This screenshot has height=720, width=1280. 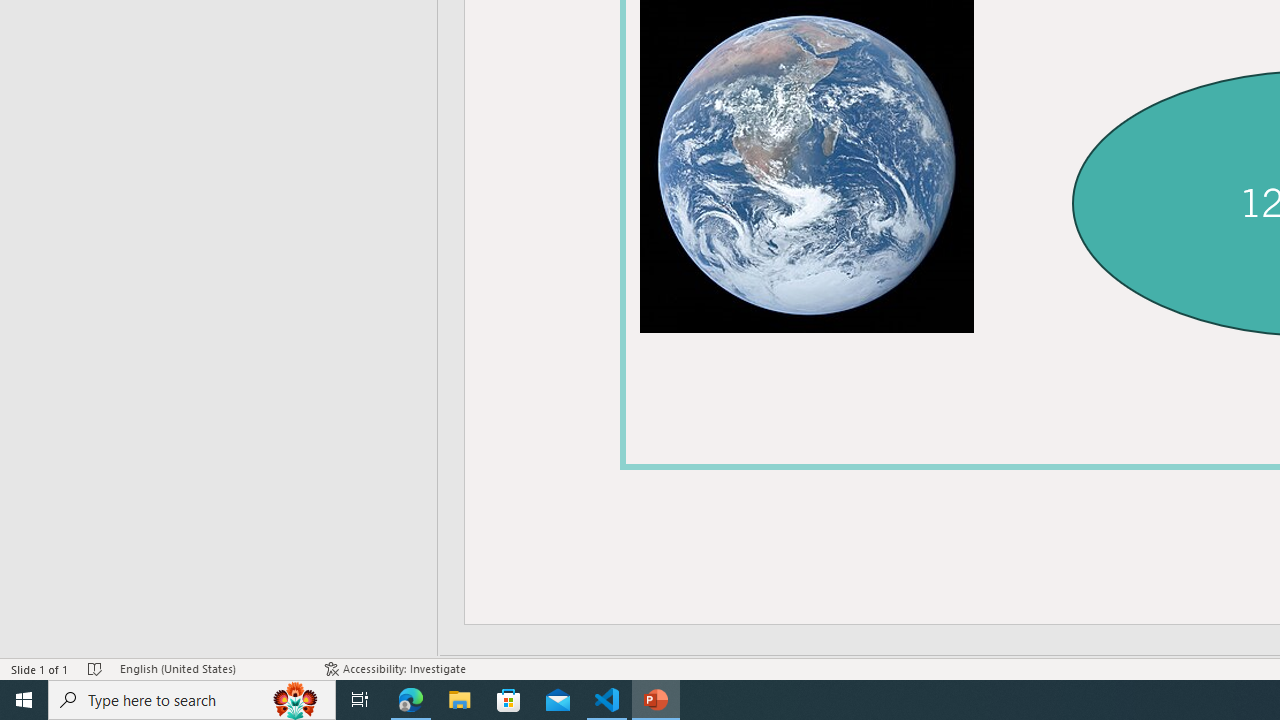 What do you see at coordinates (410, 698) in the screenshot?
I see `'Microsoft Edge - 1 running window'` at bounding box center [410, 698].